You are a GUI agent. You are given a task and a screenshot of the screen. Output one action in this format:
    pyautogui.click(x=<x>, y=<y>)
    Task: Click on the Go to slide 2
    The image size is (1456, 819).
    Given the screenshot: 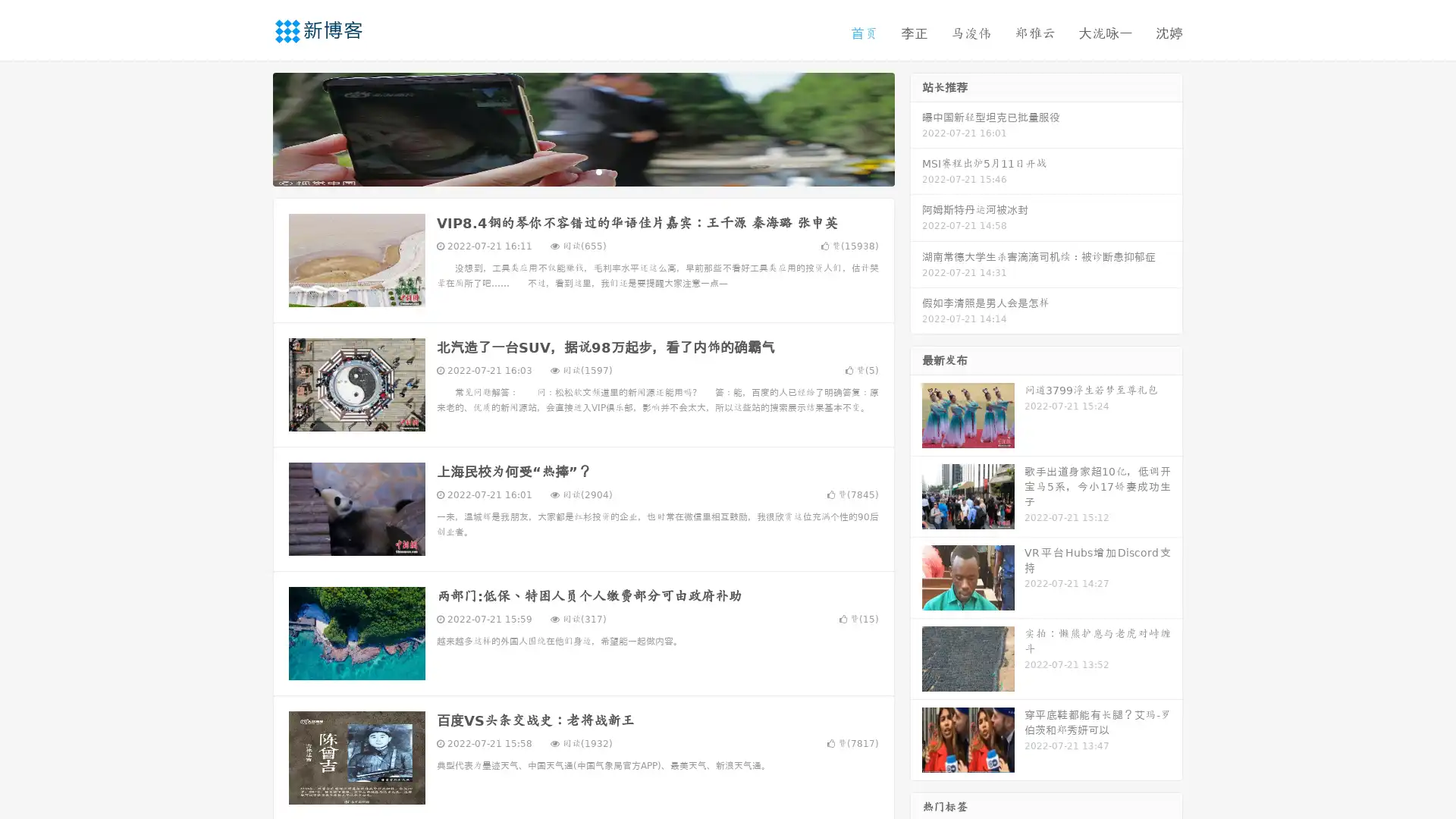 What is the action you would take?
    pyautogui.click(x=582, y=171)
    